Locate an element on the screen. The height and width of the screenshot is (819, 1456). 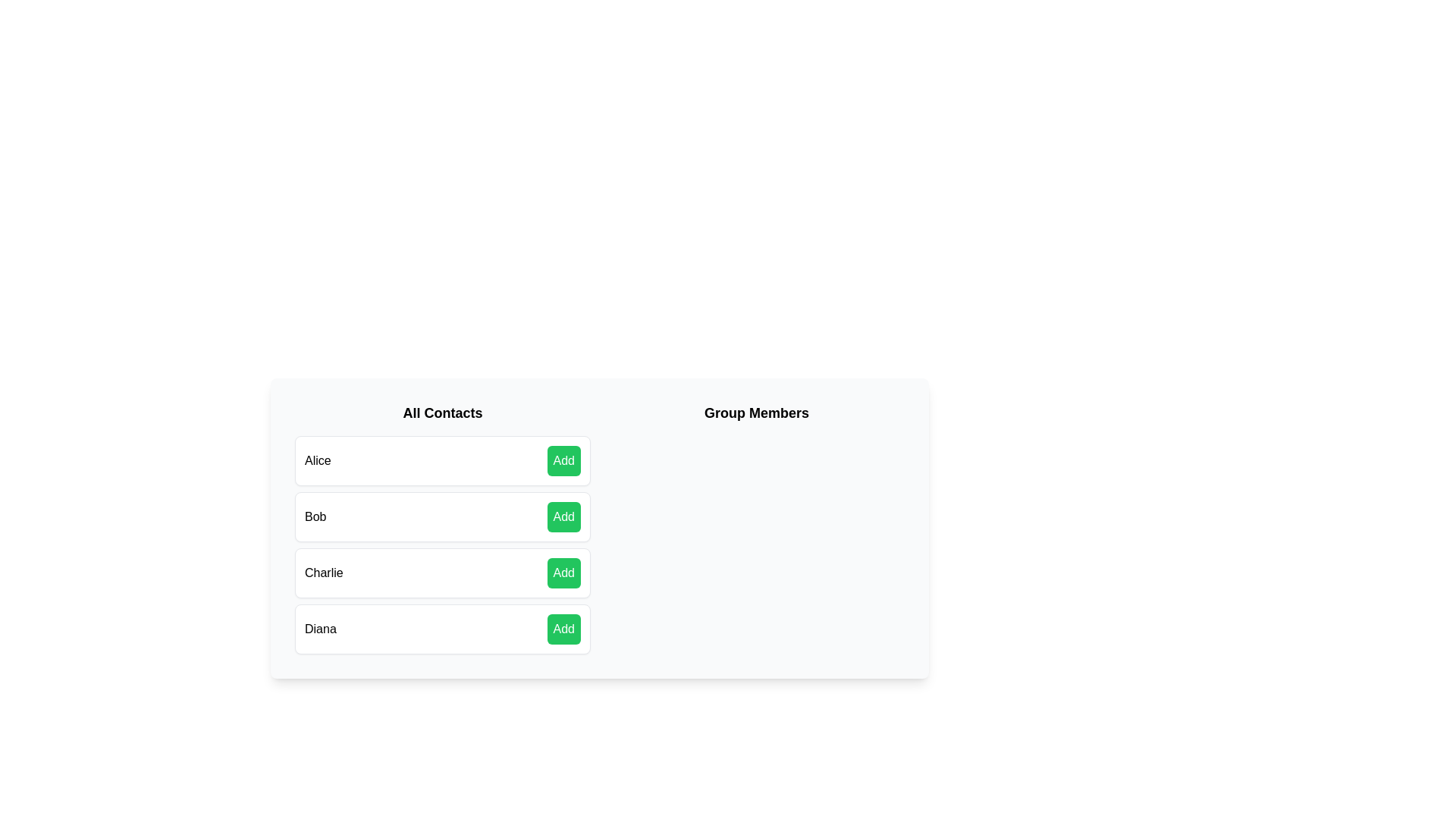
'Add' button next to the contact Charlie to add them to the group is located at coordinates (563, 573).